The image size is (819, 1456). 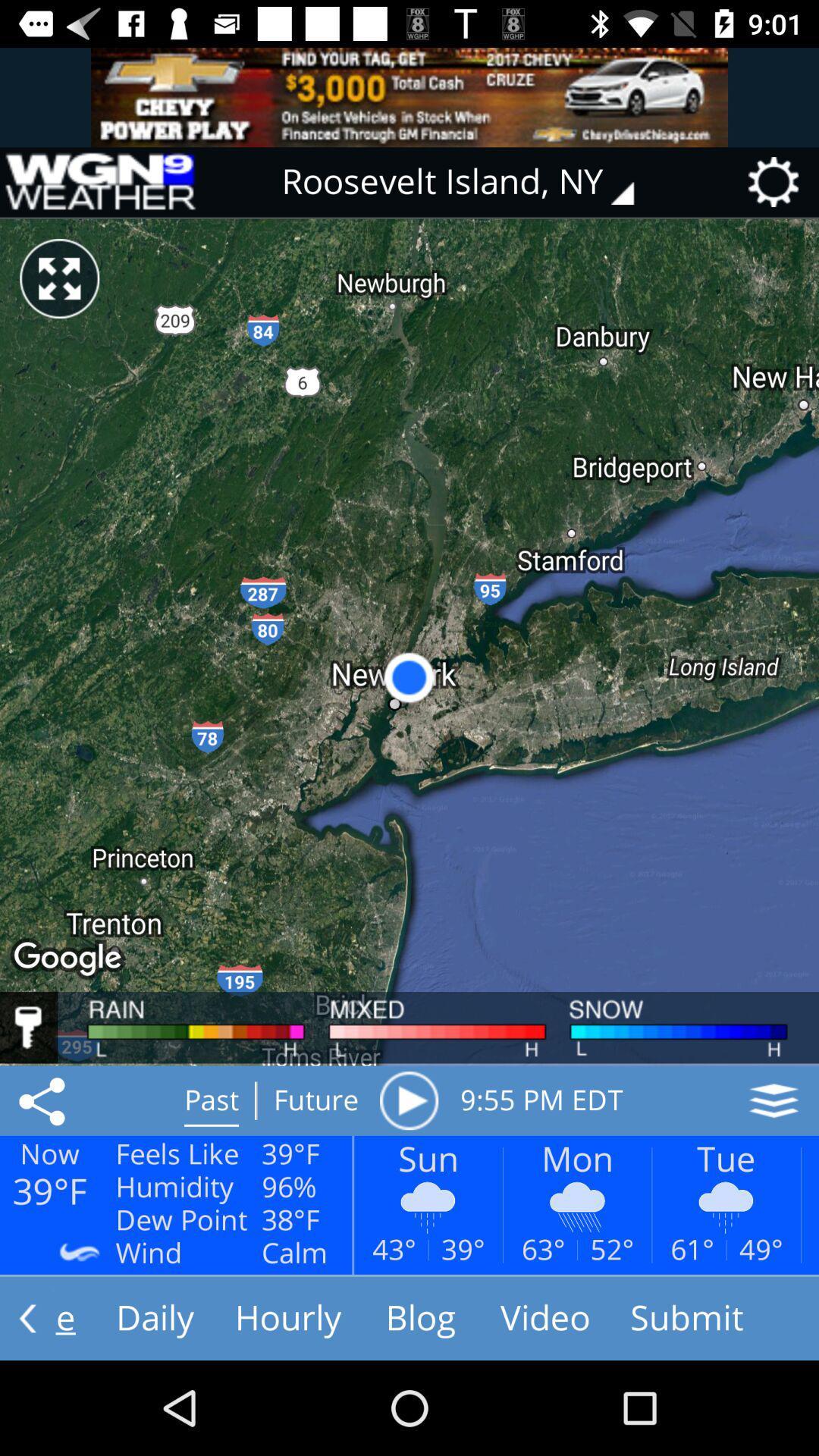 I want to click on the share icon, so click(x=44, y=1100).